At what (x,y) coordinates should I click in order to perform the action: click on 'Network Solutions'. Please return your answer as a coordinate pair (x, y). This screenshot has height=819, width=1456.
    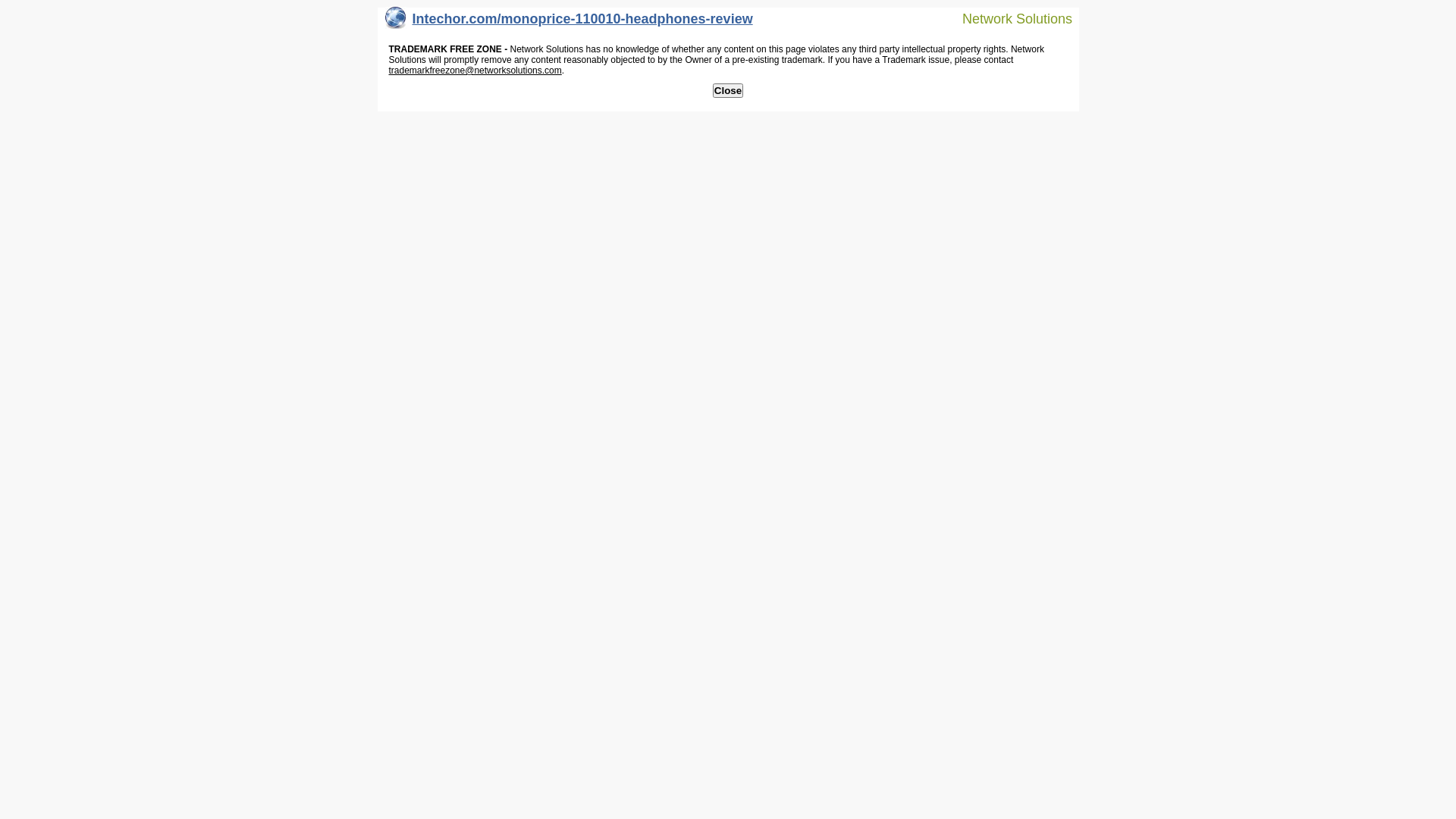
    Looking at the image, I should click on (1008, 17).